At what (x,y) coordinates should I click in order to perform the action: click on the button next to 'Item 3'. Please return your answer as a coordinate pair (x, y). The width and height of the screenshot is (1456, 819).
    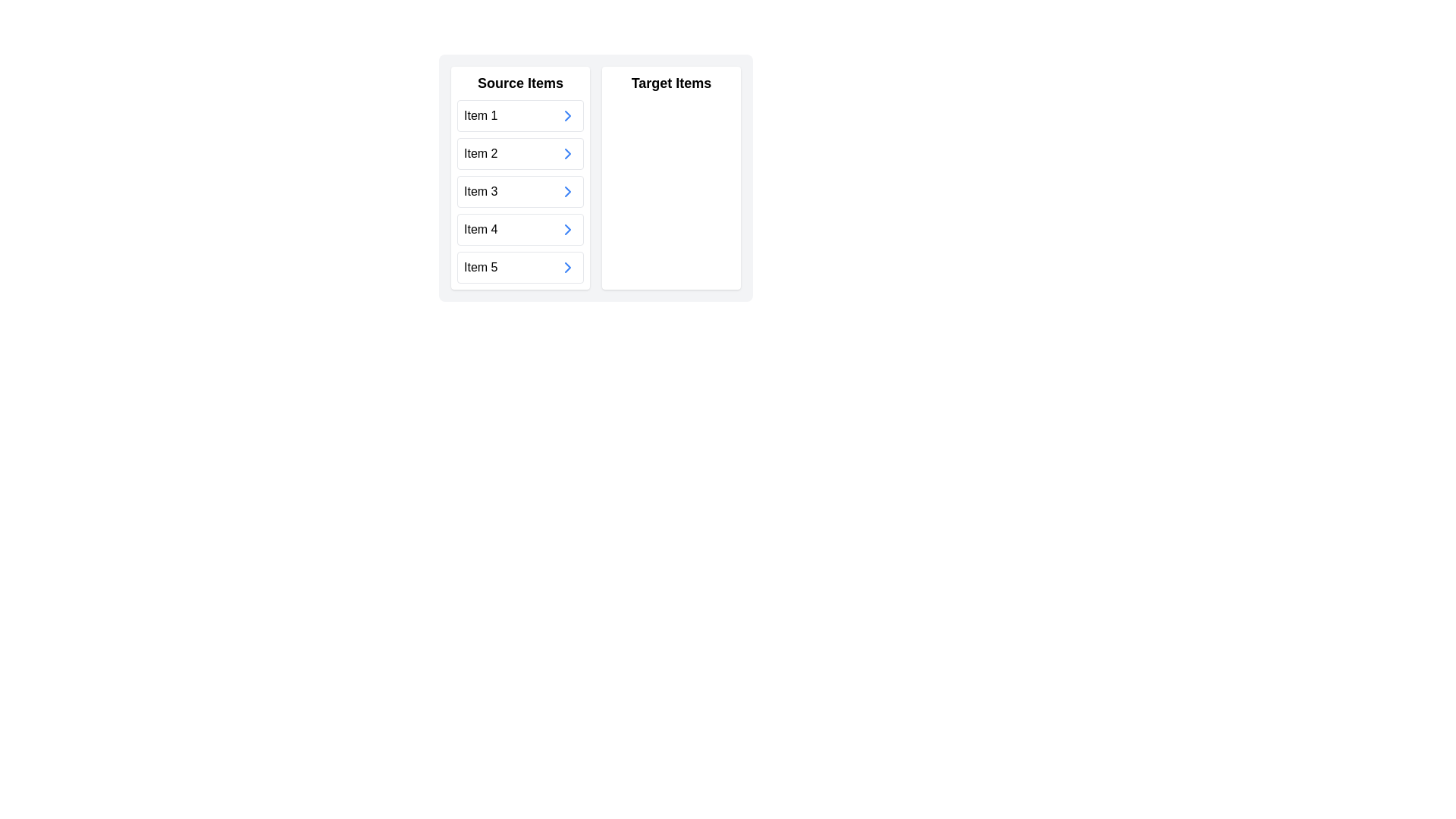
    Looking at the image, I should click on (566, 191).